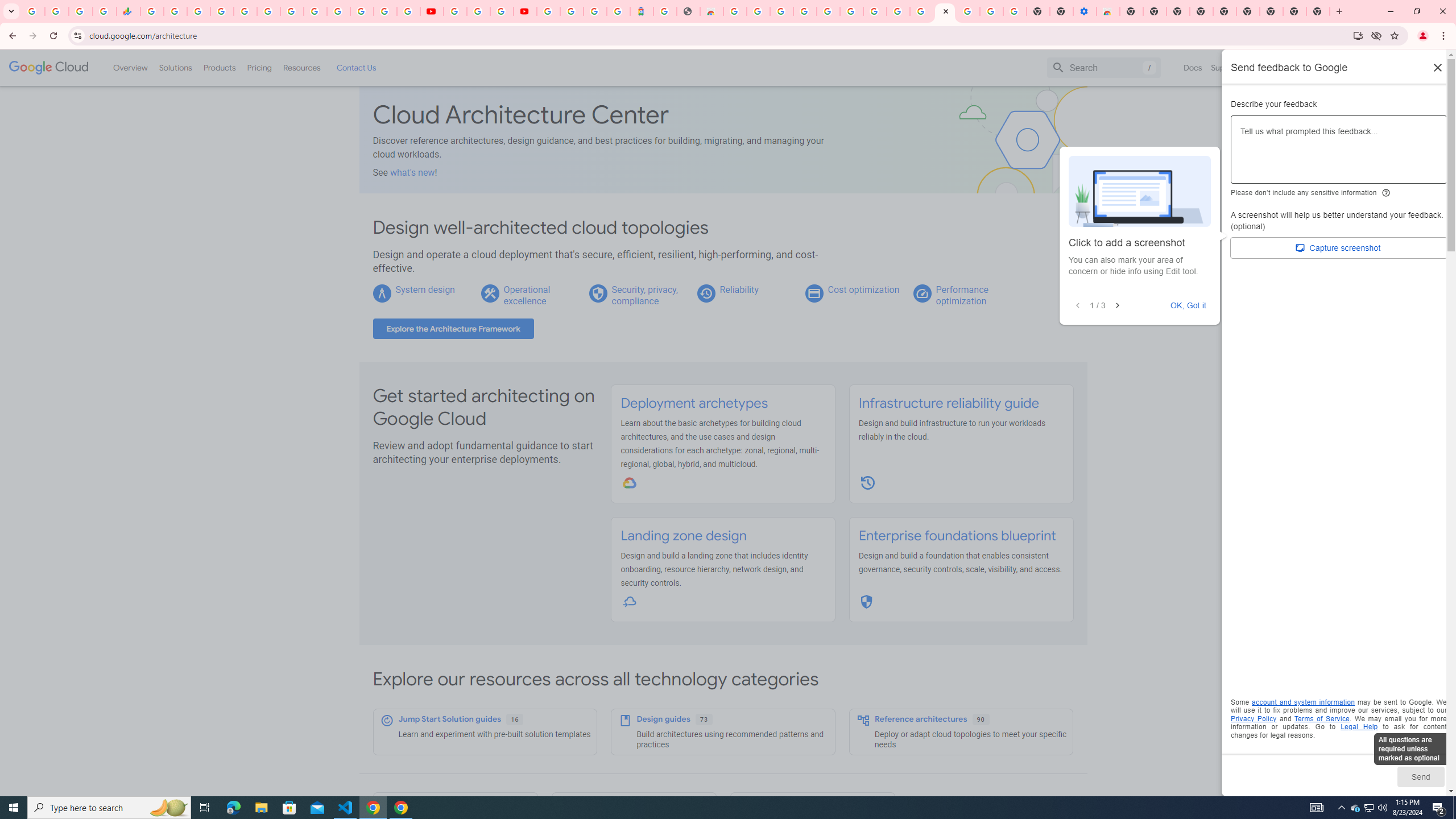 The width and height of the screenshot is (1456, 819). I want to click on 'Sign in - Google Accounts', so click(222, 11).